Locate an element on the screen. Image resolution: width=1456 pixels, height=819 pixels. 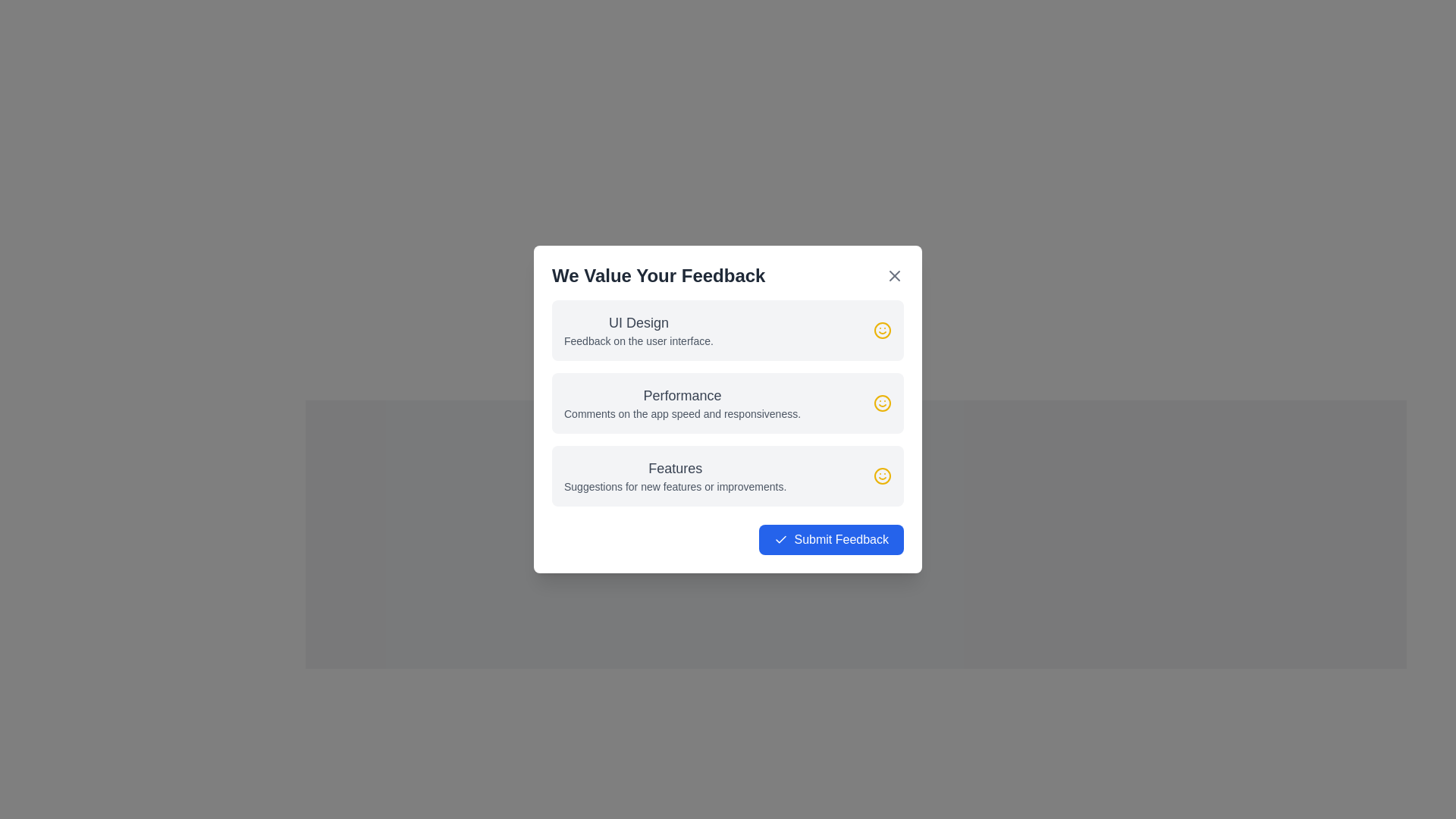
the checkmark icon within the 'Submit Feedback' button, positioned towards the left side of the button content is located at coordinates (781, 539).